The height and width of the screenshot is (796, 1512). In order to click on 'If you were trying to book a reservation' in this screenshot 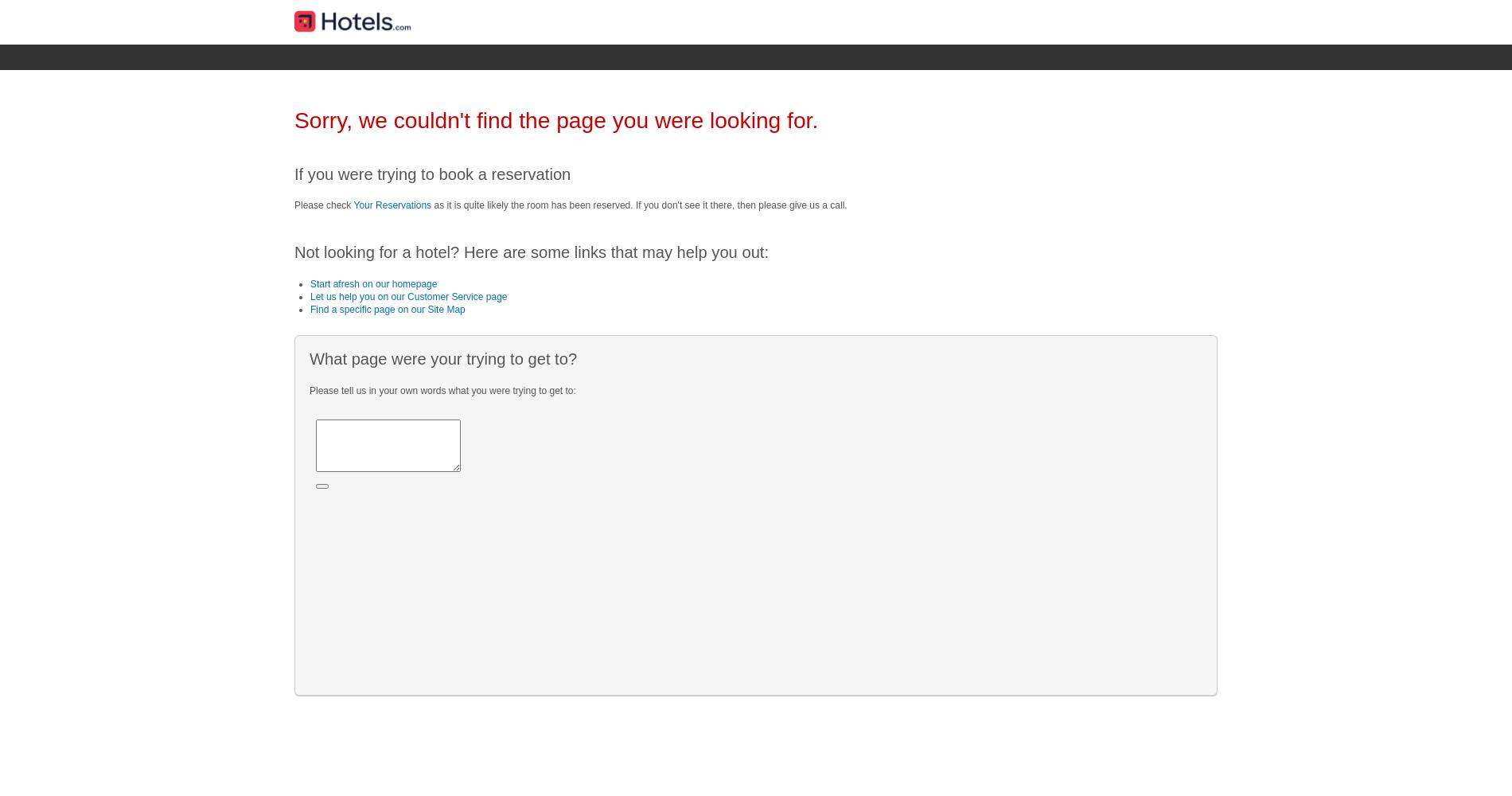, I will do `click(432, 173)`.